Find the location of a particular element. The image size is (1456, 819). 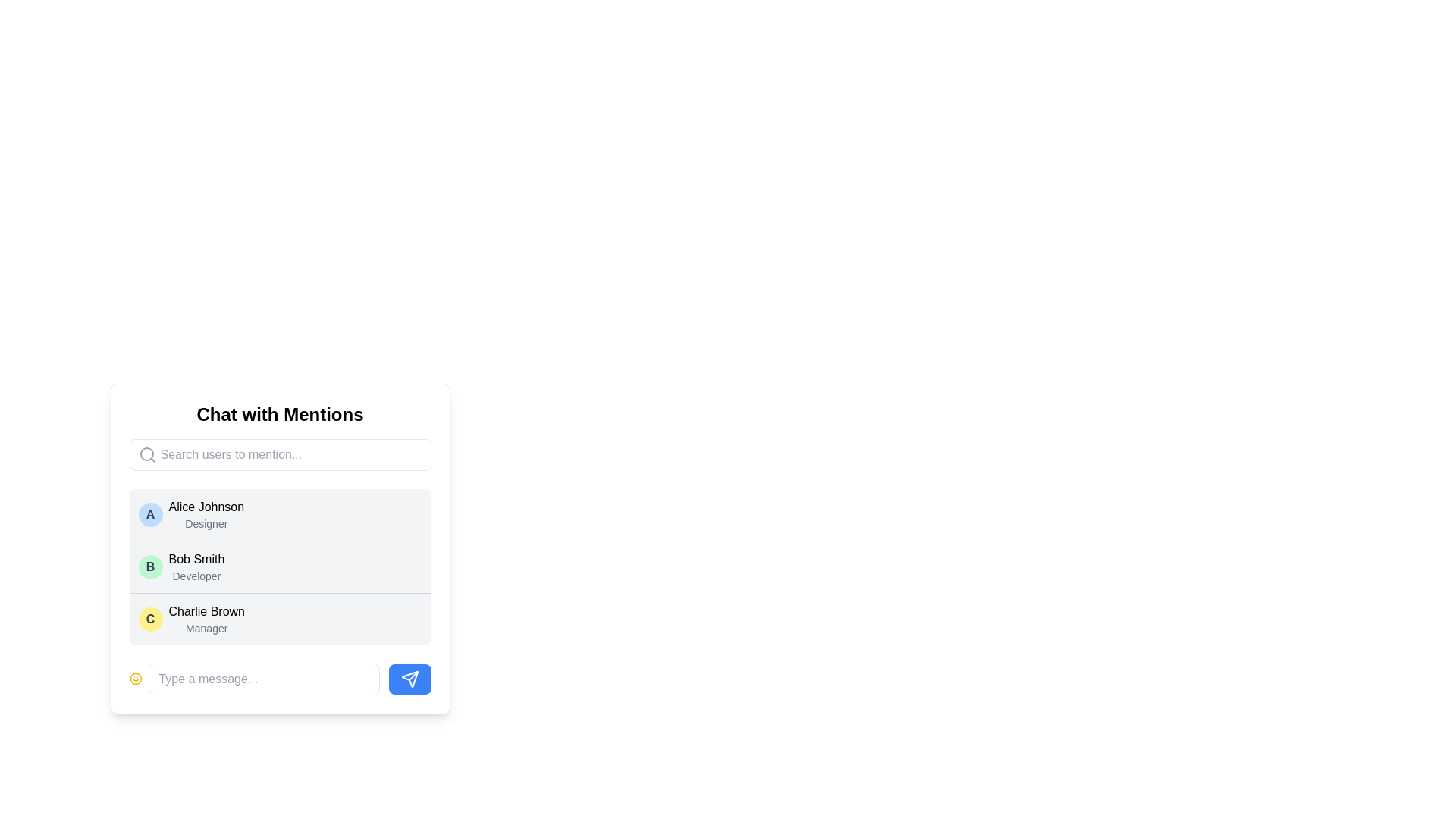

text content of the 'Designer' label located beneath the name 'Alice Johnson' in the user list entry is located at coordinates (206, 522).